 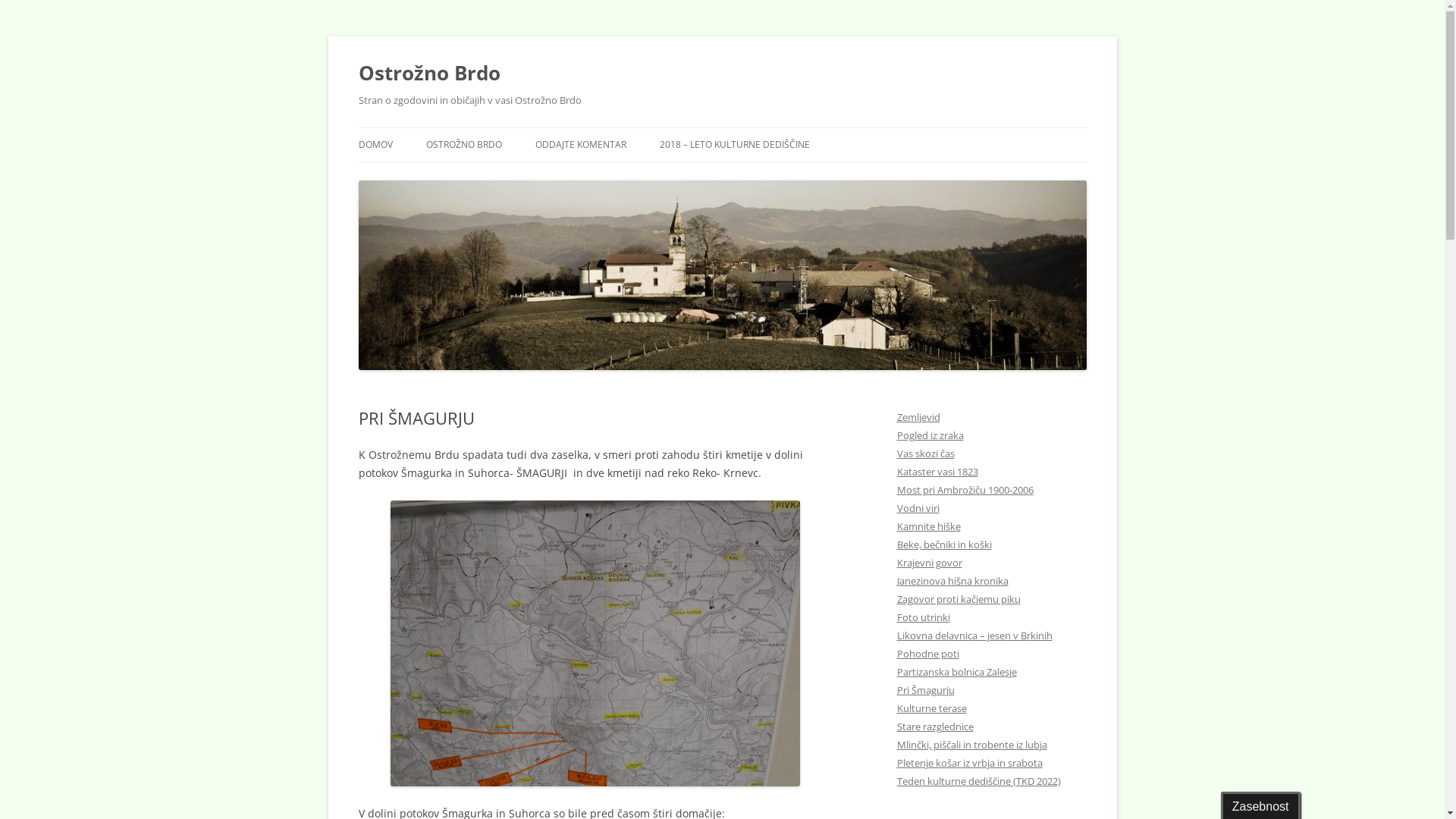 I want to click on 'ZEMLJEVID', so click(x=502, y=176).